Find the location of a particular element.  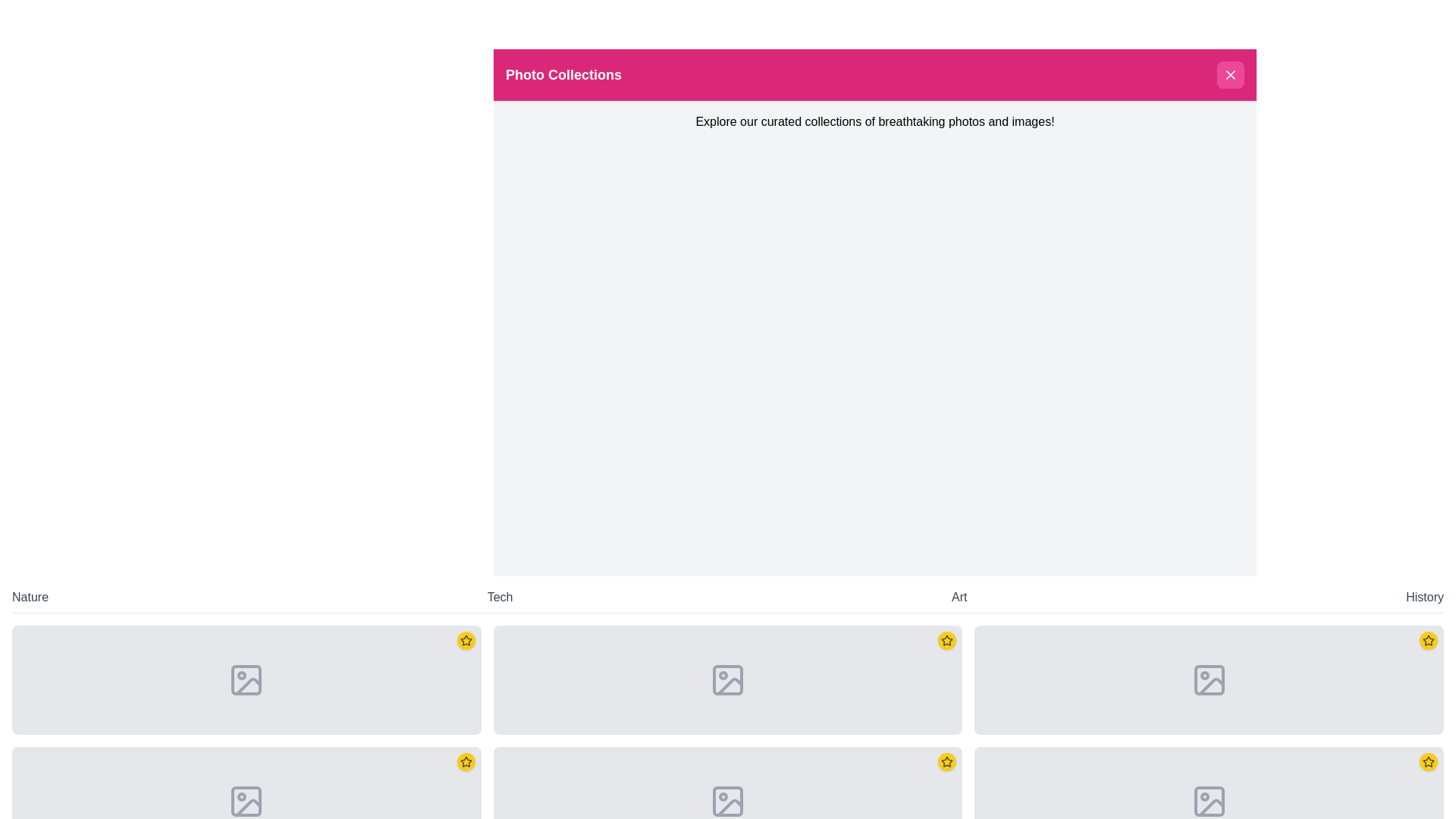

the star icon located at the top-right corner of a card in the second row of a grid layout under the 'Tech' category is located at coordinates (465, 640).